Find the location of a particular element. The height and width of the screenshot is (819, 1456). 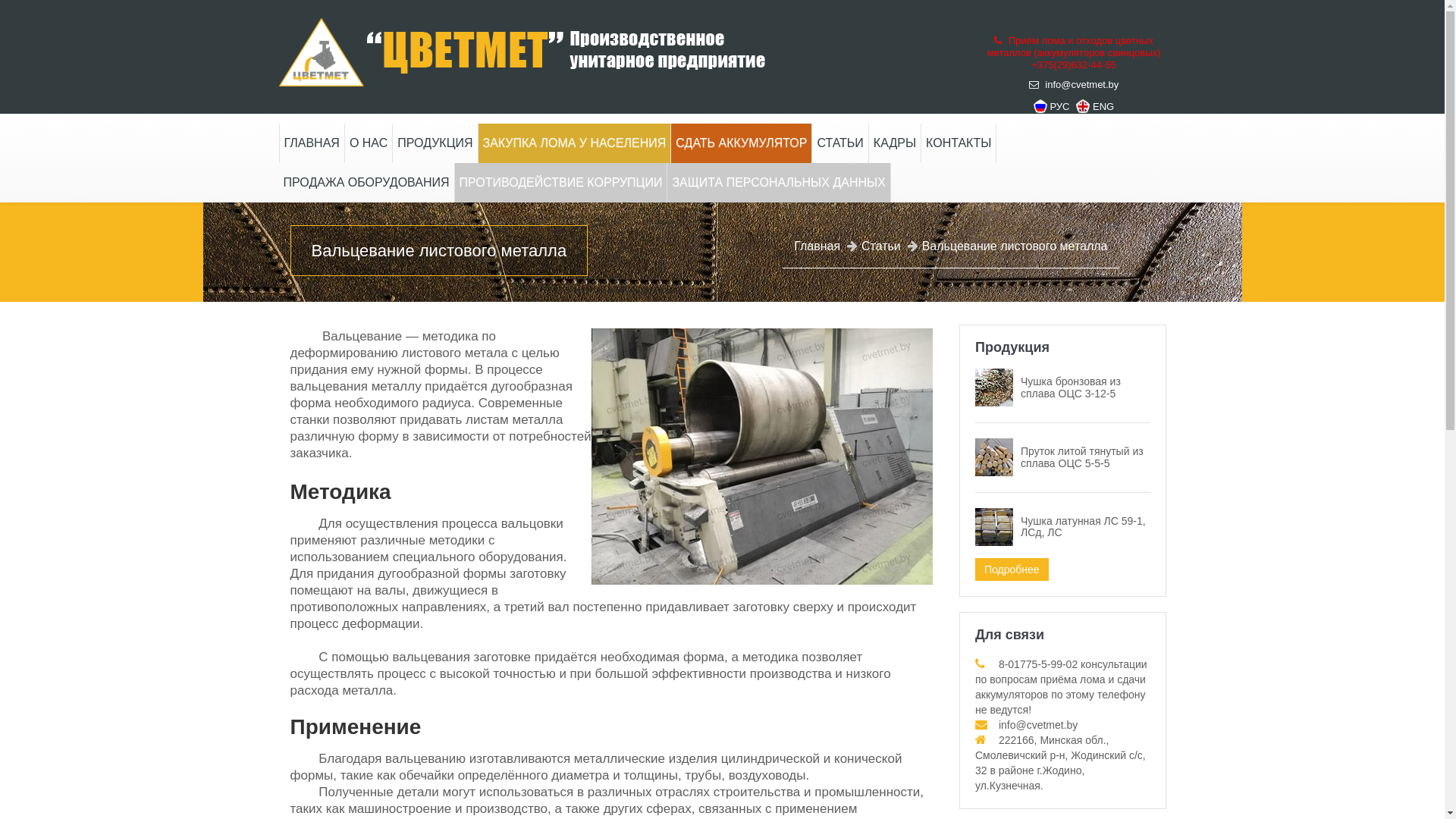

'ENG' is located at coordinates (1095, 107).